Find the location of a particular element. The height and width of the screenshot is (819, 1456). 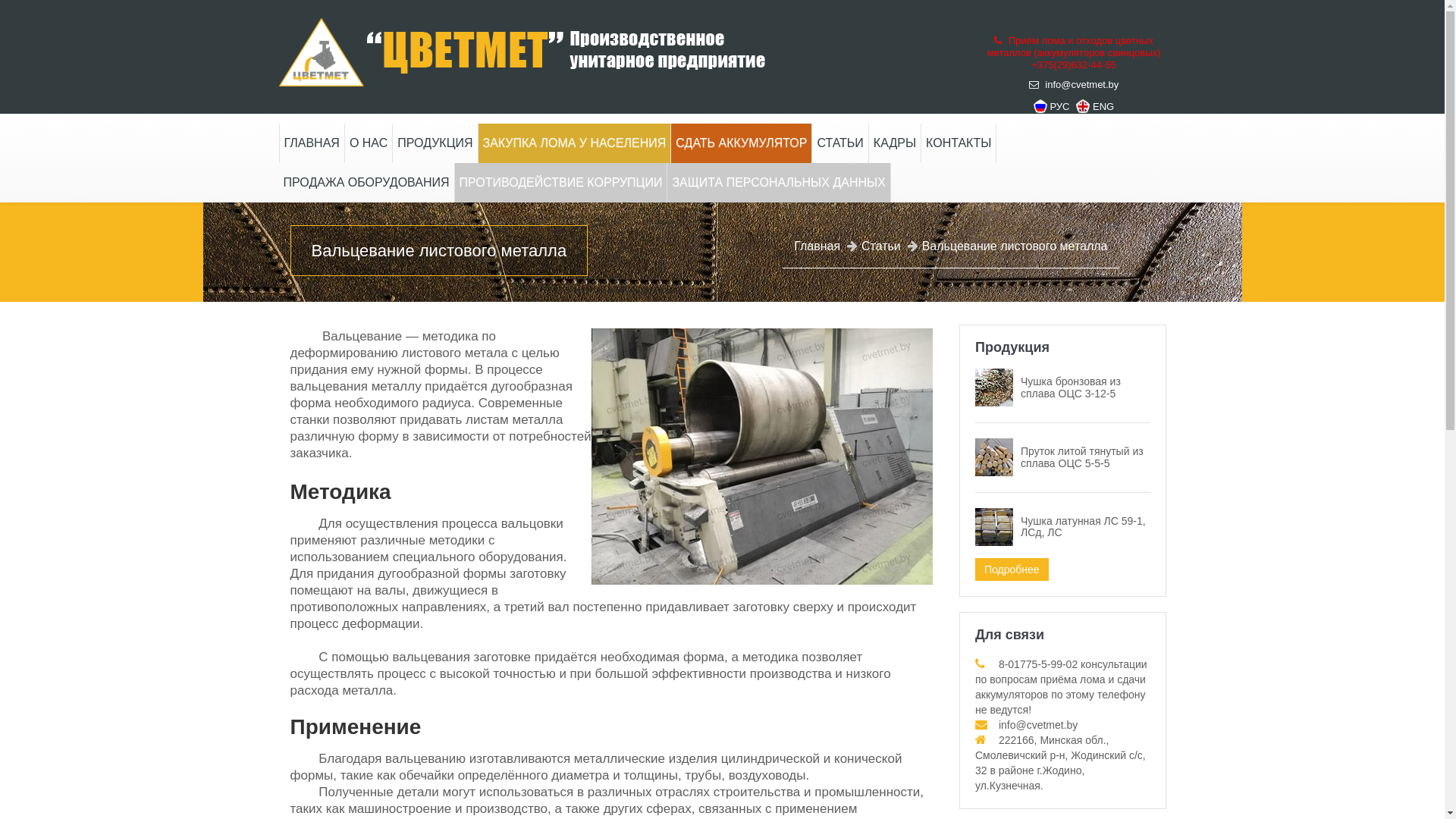

'ENG' is located at coordinates (1095, 107).